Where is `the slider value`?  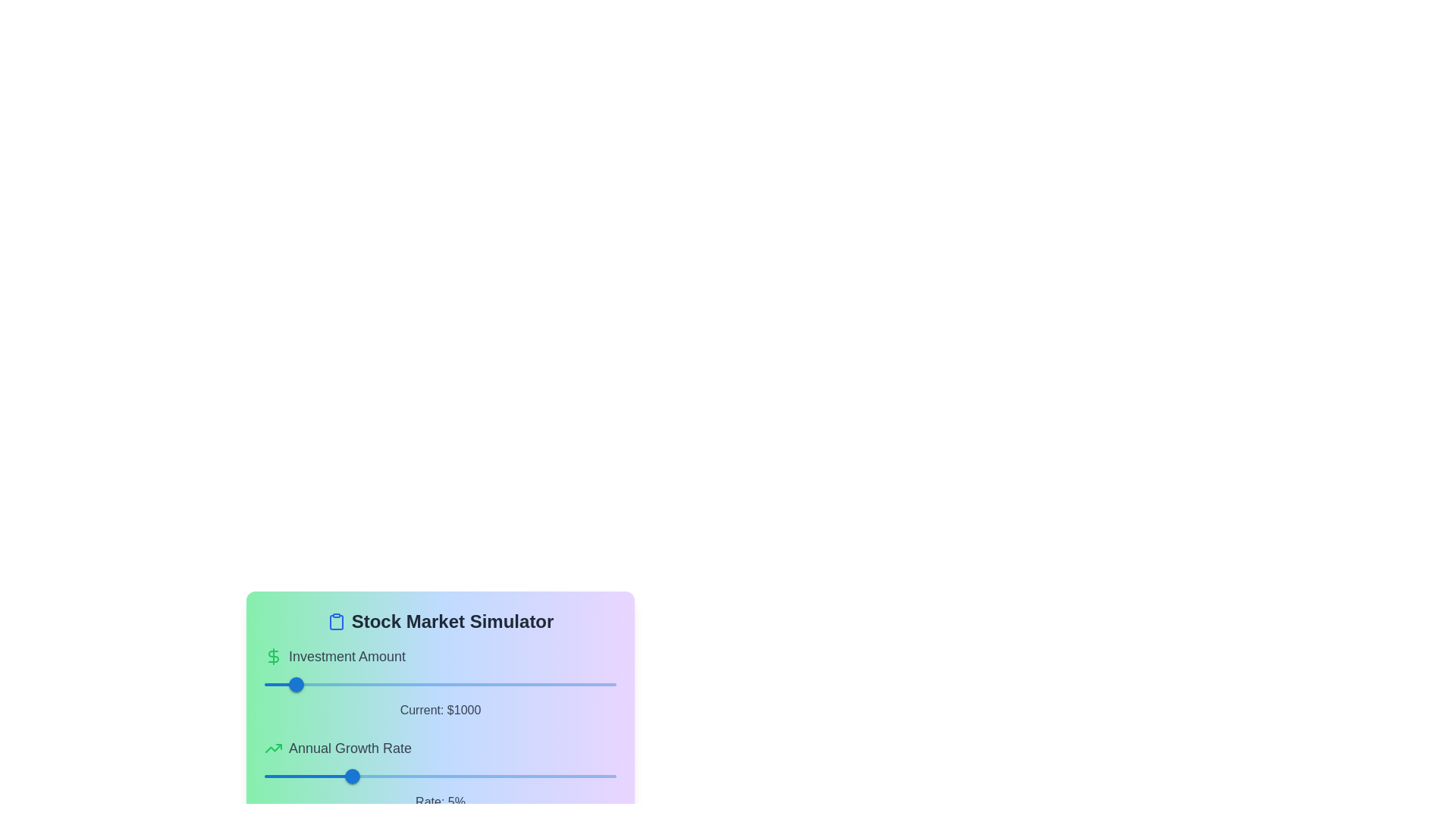 the slider value is located at coordinates (359, 776).